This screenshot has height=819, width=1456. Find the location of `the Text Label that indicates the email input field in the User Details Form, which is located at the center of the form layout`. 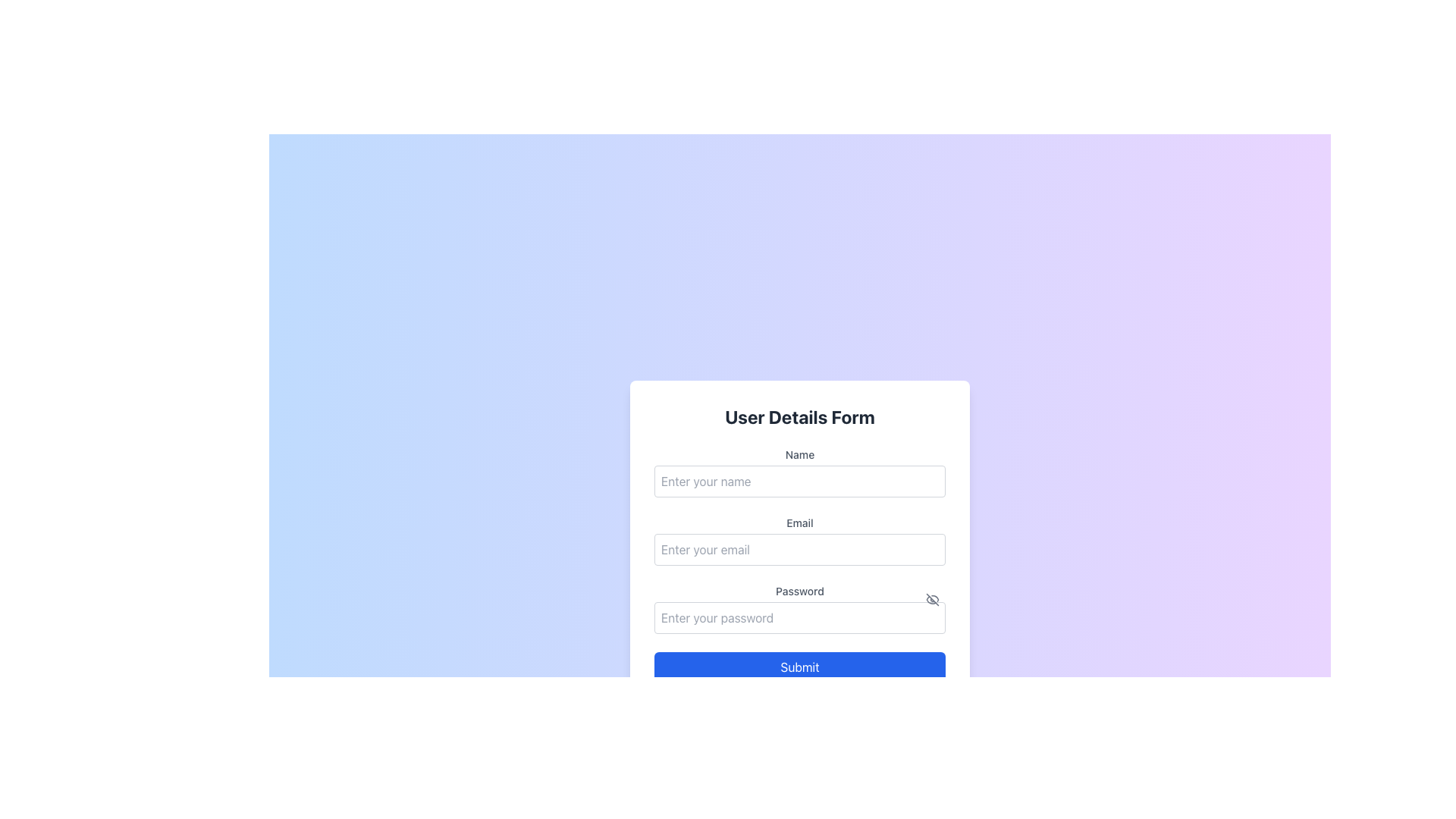

the Text Label that indicates the email input field in the User Details Form, which is located at the center of the form layout is located at coordinates (799, 522).